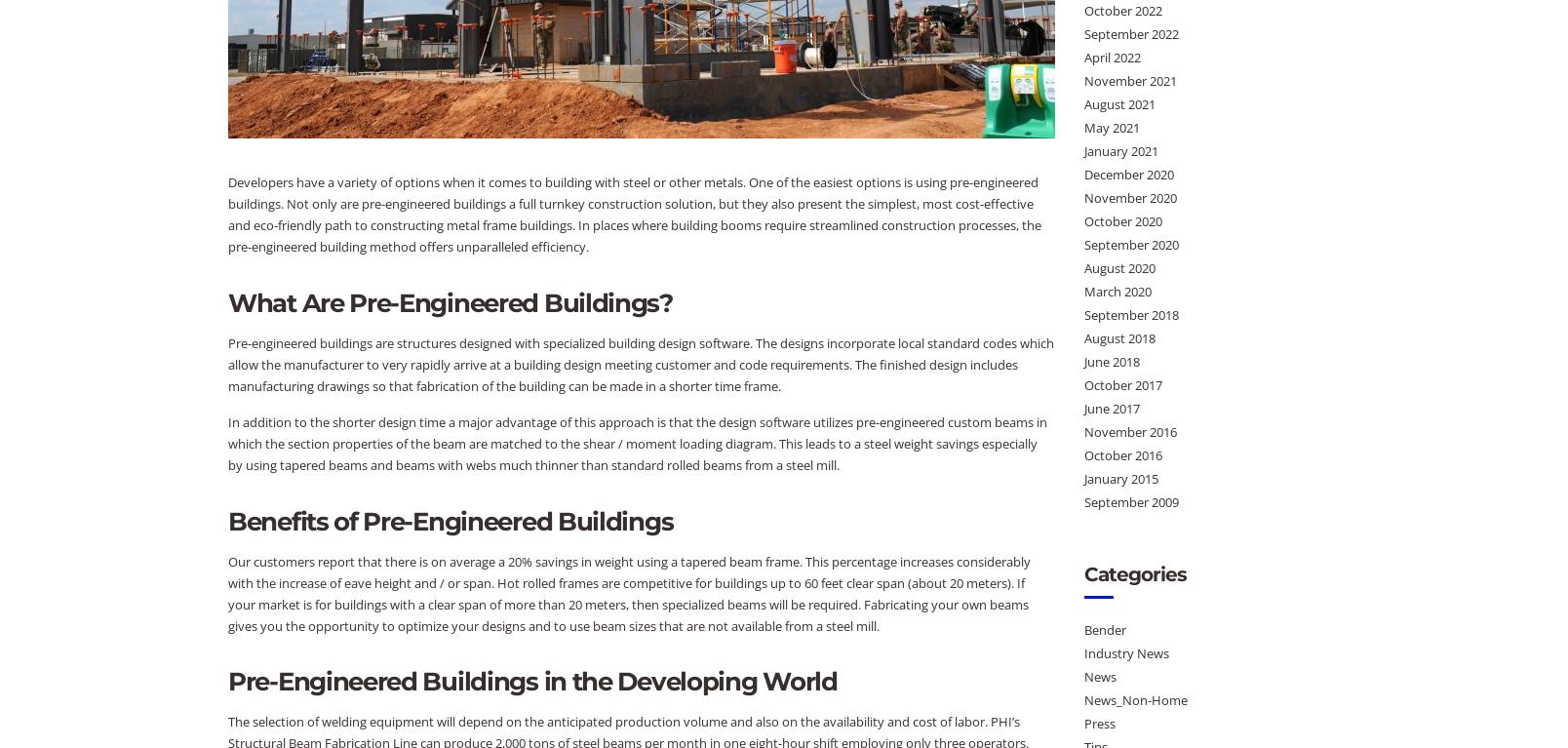 The image size is (1568, 748). Describe the element at coordinates (1120, 149) in the screenshot. I see `'January 2021'` at that location.